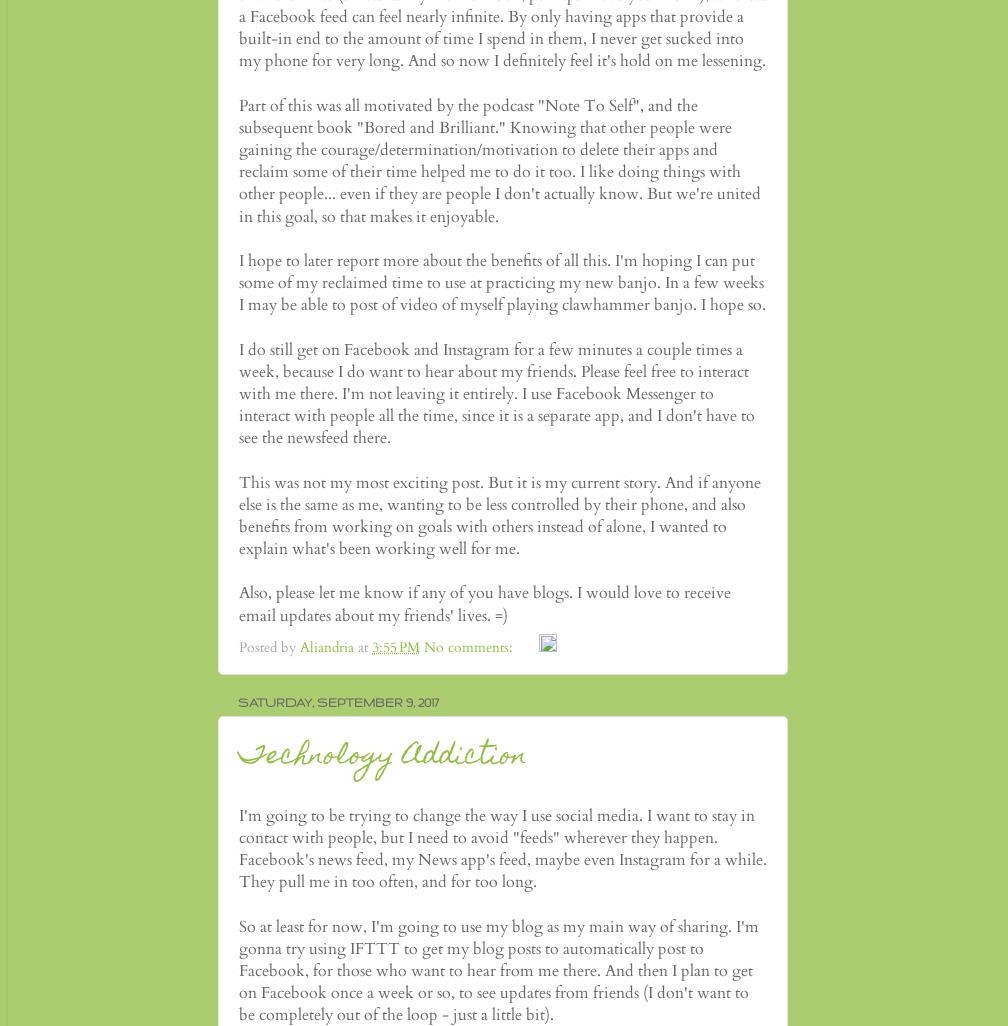 Image resolution: width=1008 pixels, height=1026 pixels. Describe the element at coordinates (499, 159) in the screenshot. I see `'Part of this was all motivated by the podcast "Note To Self", and the subsequent book "Bored and Brilliant." Knowing that other people were gaining the courage/determination/motivation to delete their apps and reclaim some of their time helped me to do it too. I like doing things with other people... even if they are people I don't actually know. But we're united in this goal, so that makes it enjoyable.'` at that location.